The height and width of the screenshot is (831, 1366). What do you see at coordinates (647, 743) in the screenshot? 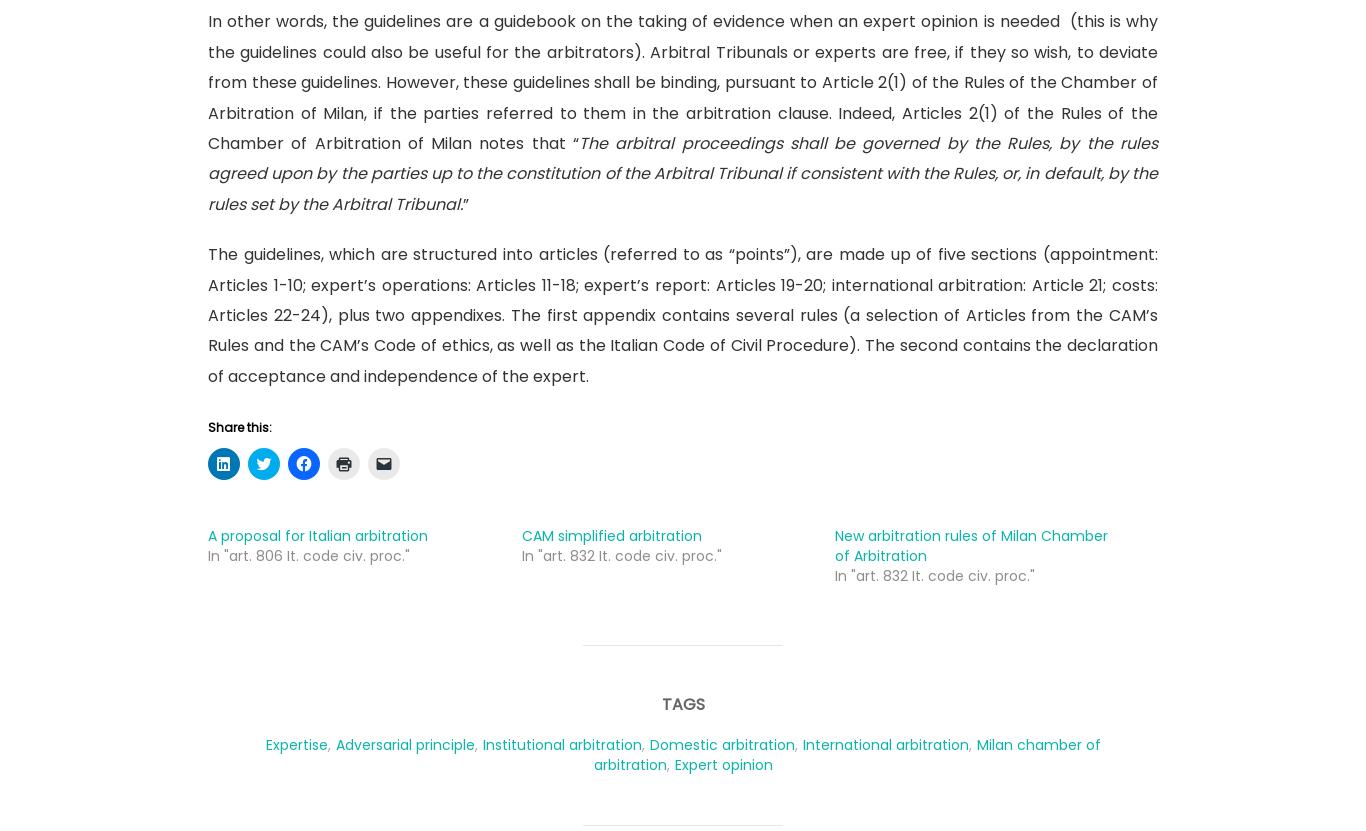
I see `'Domestic arbitration'` at bounding box center [647, 743].